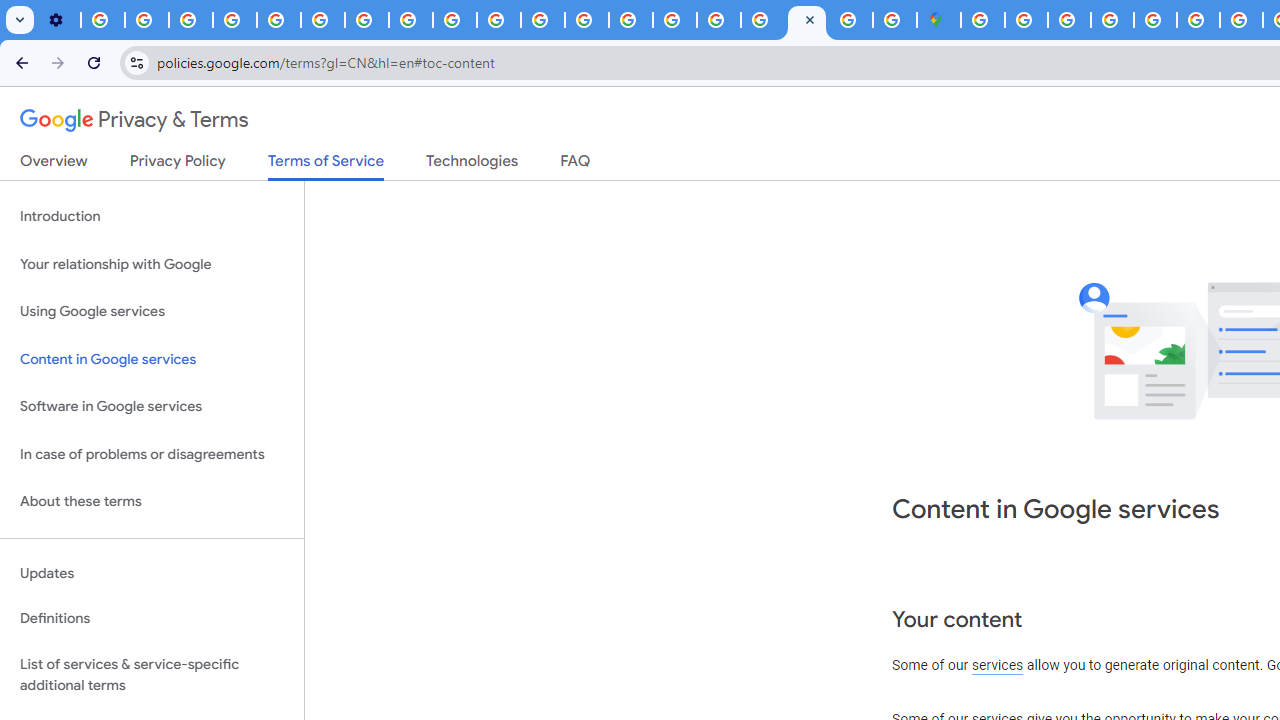  What do you see at coordinates (151, 501) in the screenshot?
I see `'About these terms'` at bounding box center [151, 501].